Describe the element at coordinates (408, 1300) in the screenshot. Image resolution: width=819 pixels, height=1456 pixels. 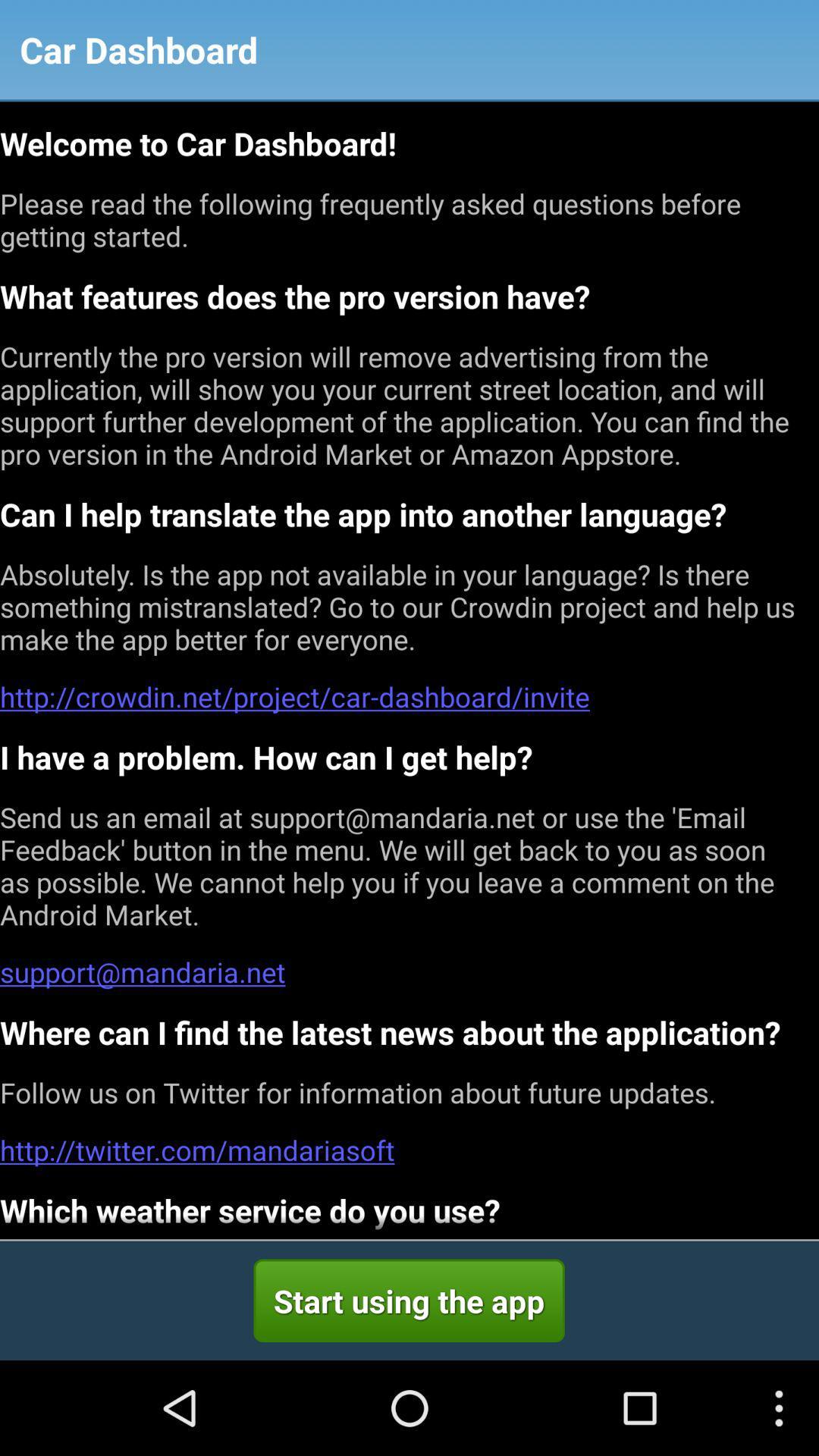
I see `start using the button` at that location.